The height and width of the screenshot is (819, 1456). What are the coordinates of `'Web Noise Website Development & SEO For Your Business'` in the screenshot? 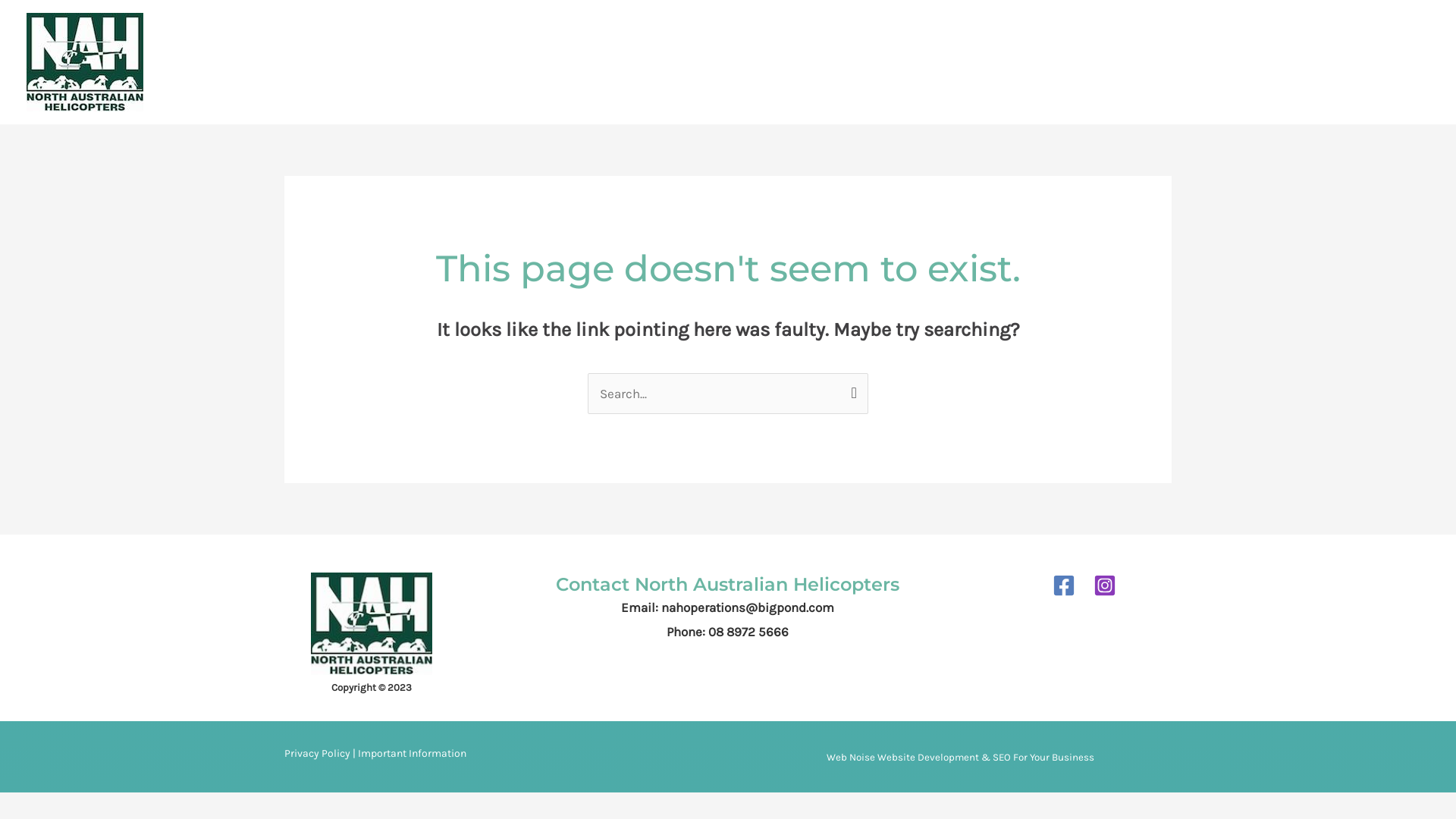 It's located at (825, 757).